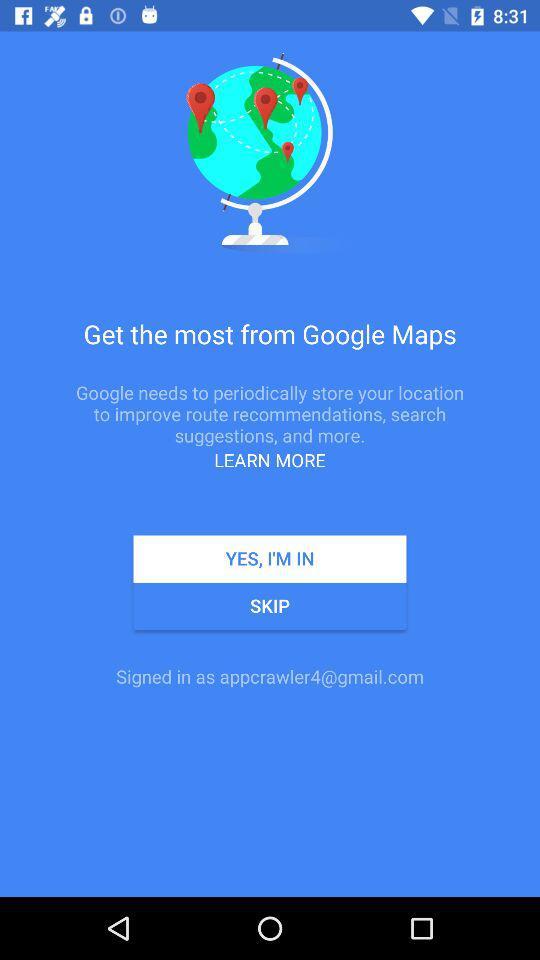  I want to click on the item below the yes i m, so click(270, 605).